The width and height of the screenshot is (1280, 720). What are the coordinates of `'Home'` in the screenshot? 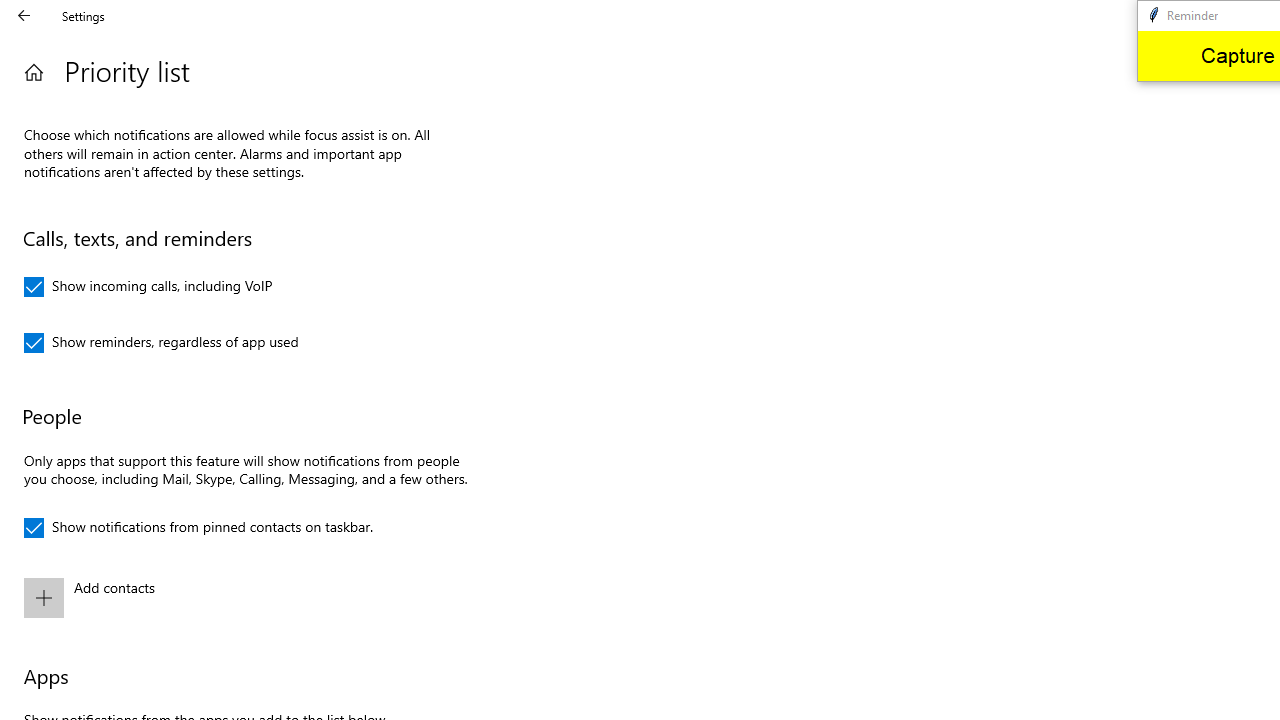 It's located at (33, 71).